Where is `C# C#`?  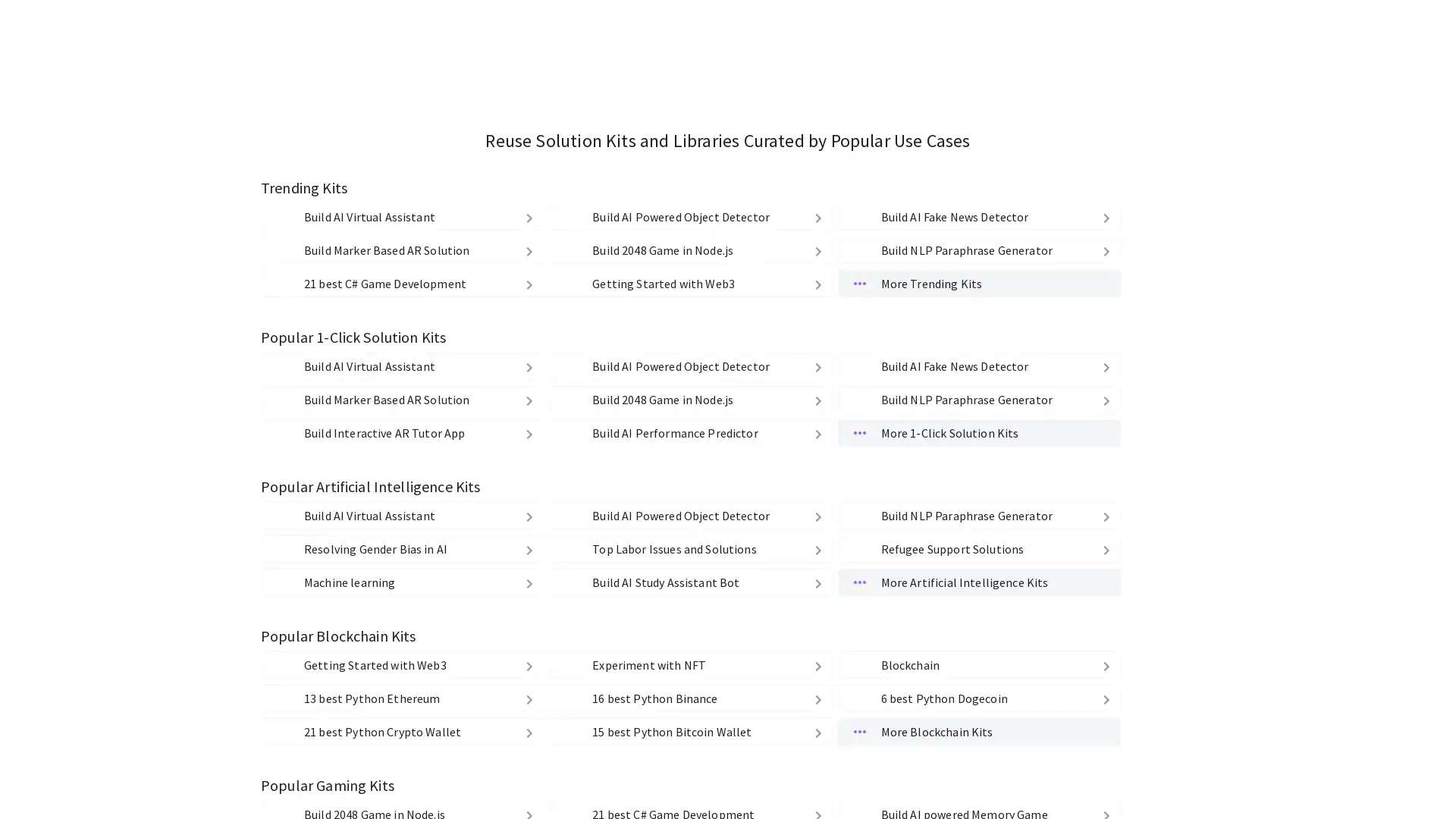
C# C# is located at coordinates (667, 380).